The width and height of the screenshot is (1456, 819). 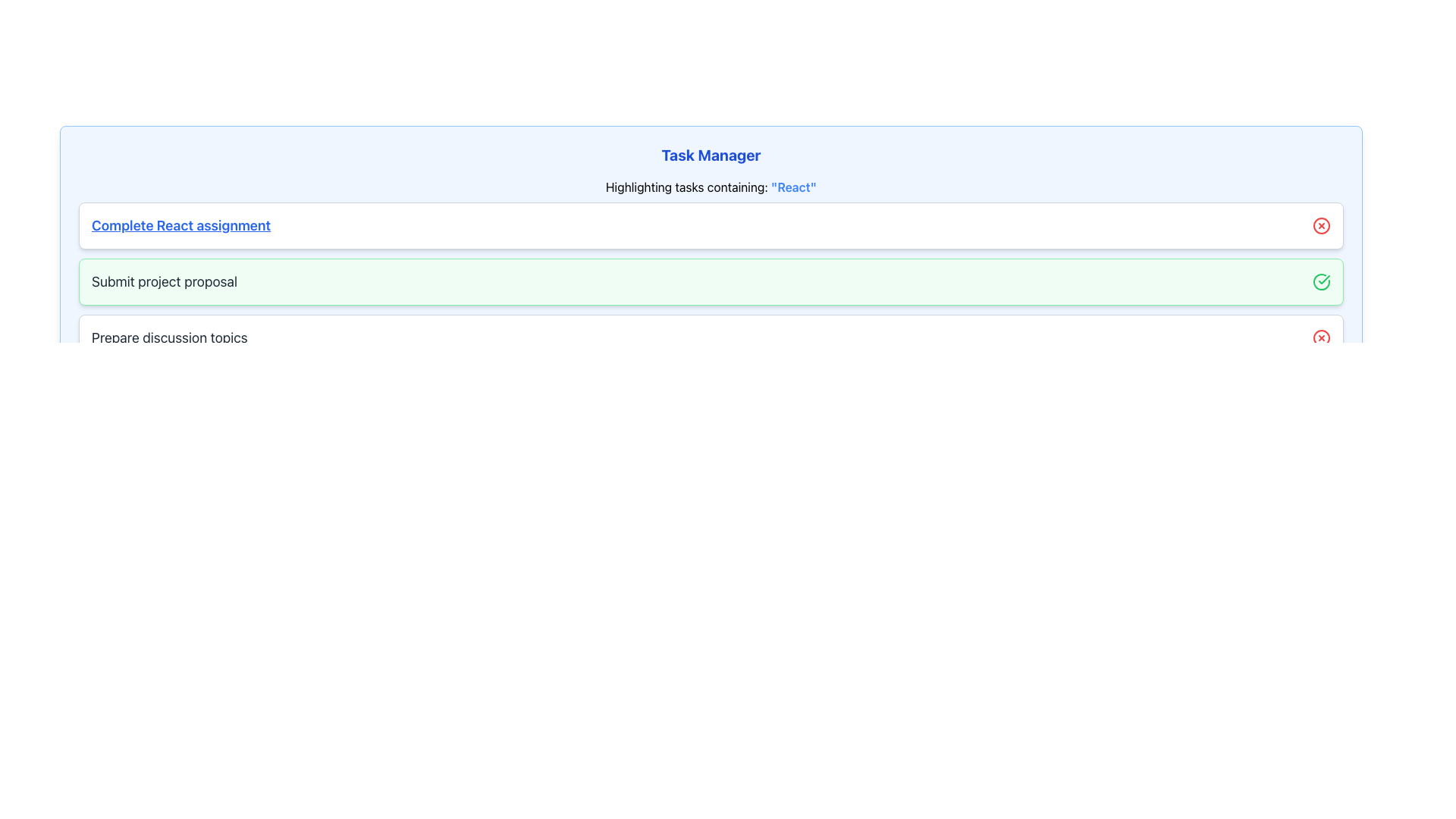 What do you see at coordinates (1320, 225) in the screenshot?
I see `the SVG Circle that forms part of the close icon located adjacent to the right side of the task element titled 'Complete React assignment'` at bounding box center [1320, 225].